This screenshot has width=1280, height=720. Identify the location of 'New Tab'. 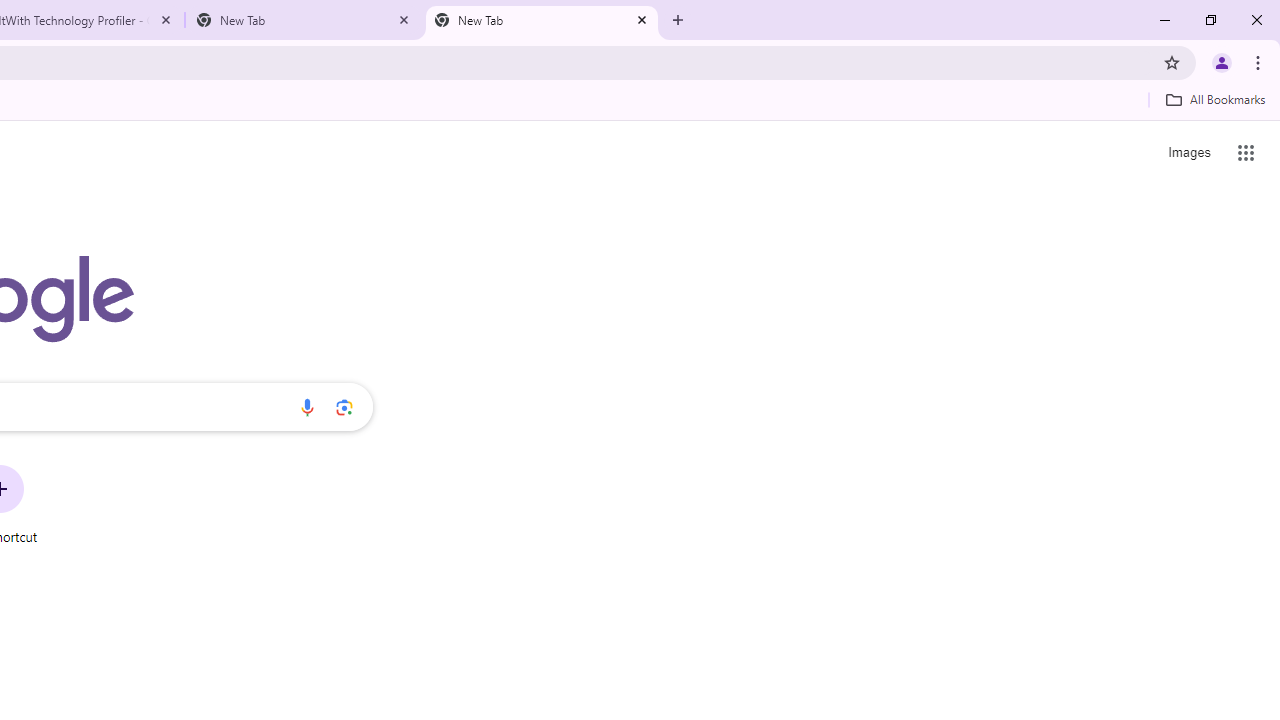
(303, 20).